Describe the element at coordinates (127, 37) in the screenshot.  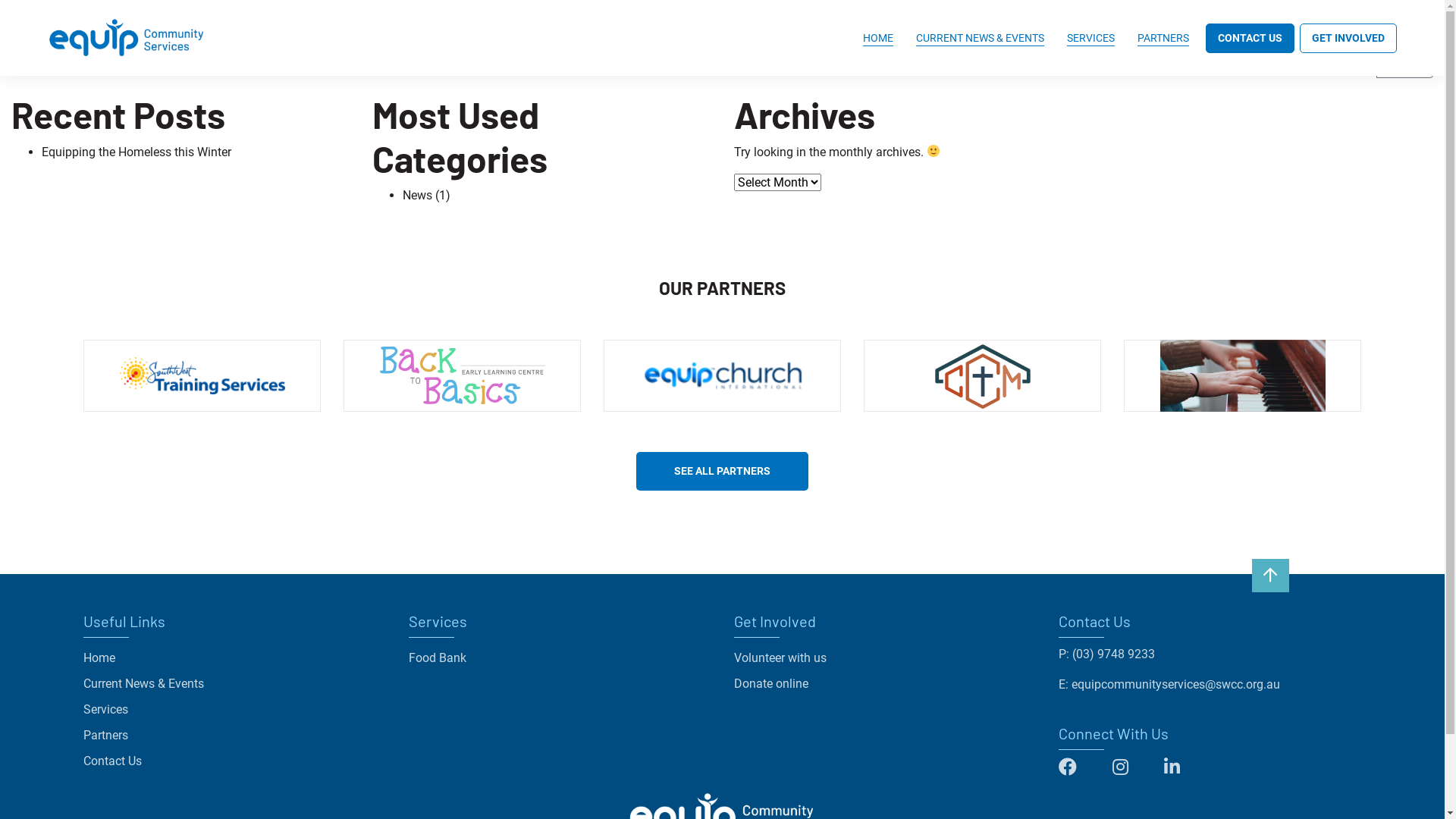
I see `'Equip Community Services'` at that location.